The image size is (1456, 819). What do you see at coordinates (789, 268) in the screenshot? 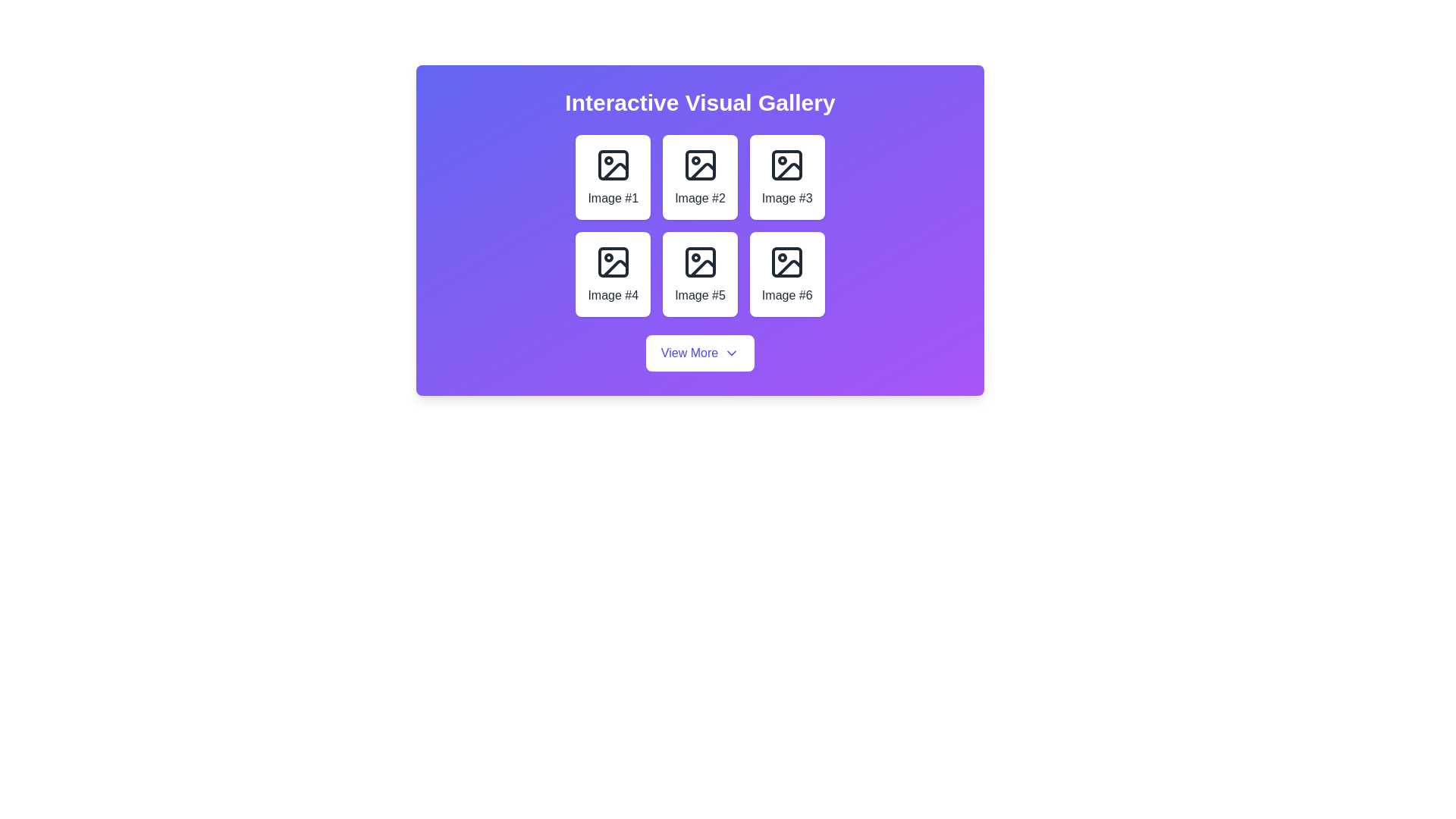
I see `the gallery cell containing the sixth icon` at bounding box center [789, 268].